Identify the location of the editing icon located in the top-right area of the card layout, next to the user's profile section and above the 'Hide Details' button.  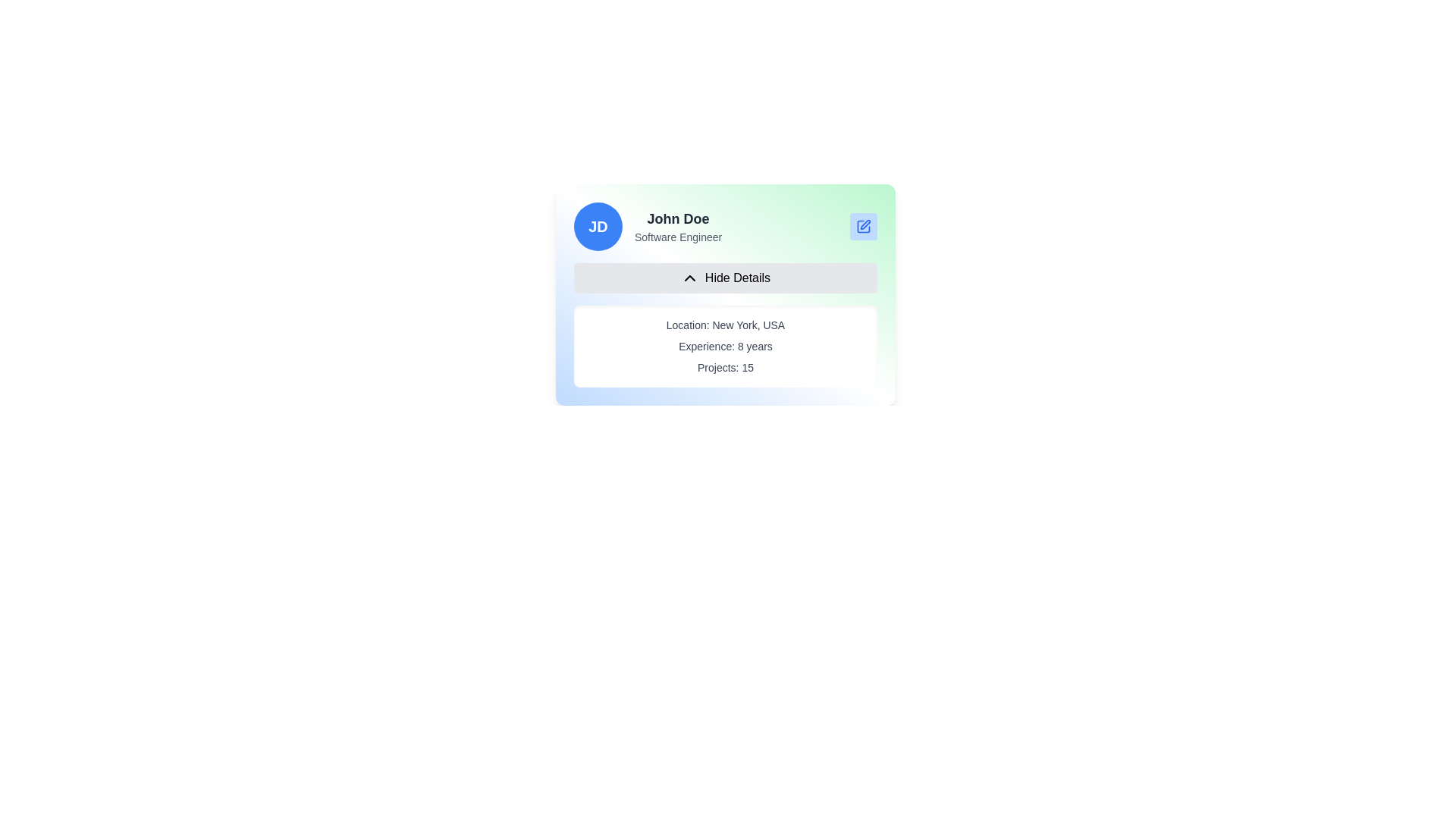
(865, 224).